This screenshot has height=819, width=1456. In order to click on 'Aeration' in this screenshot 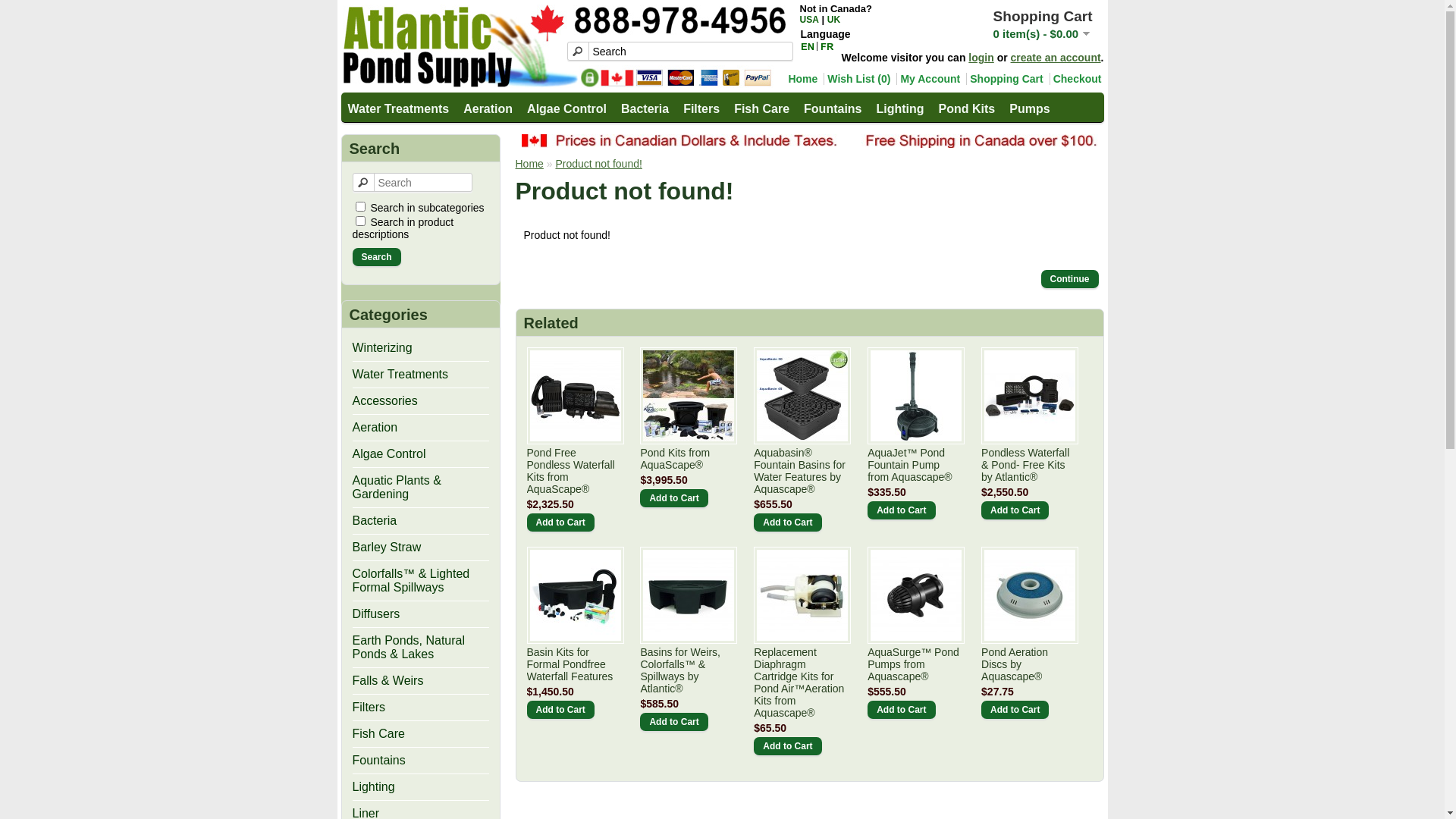, I will do `click(375, 427)`.